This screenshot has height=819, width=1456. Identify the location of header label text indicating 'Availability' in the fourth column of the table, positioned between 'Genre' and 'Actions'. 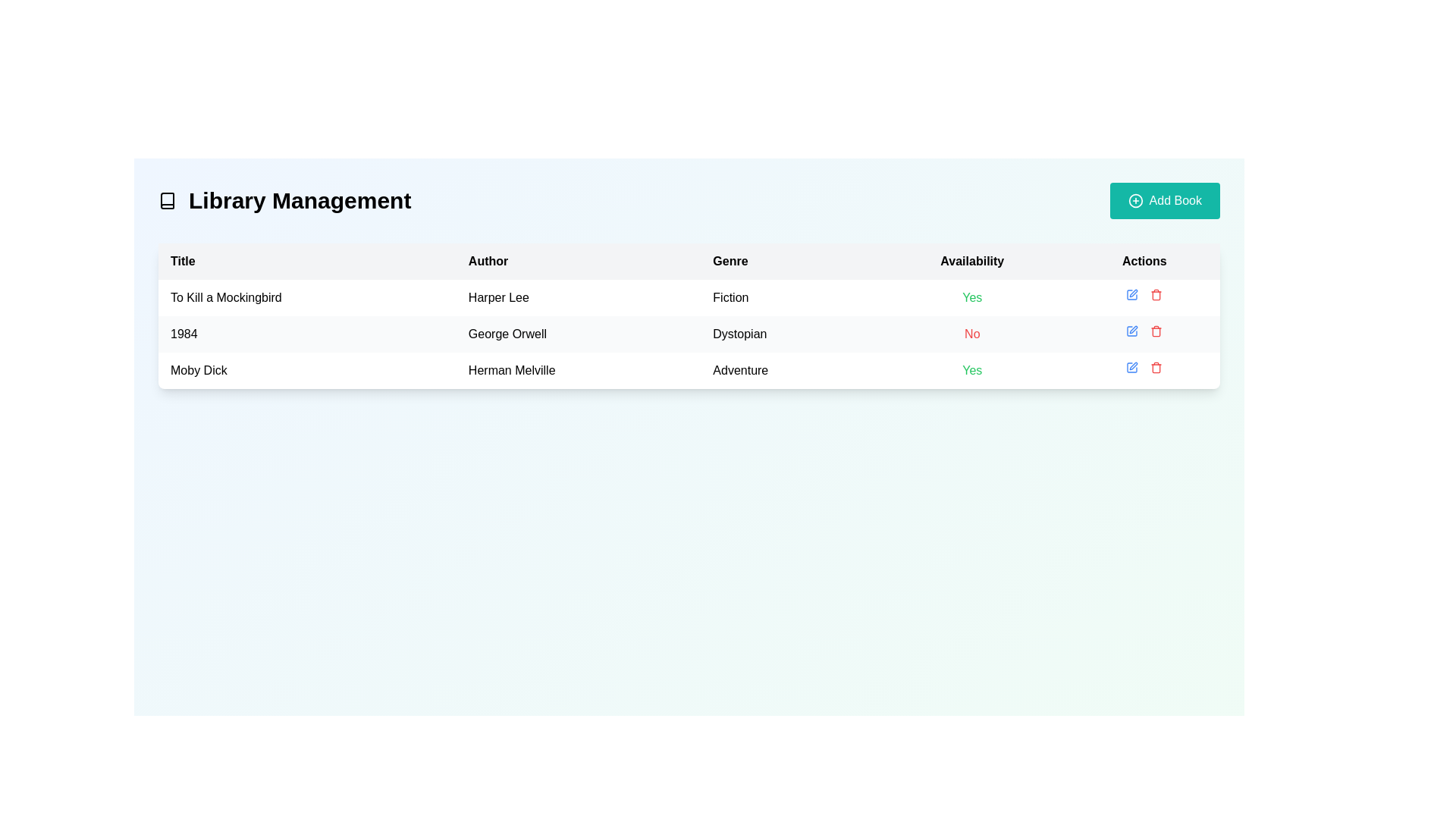
(972, 260).